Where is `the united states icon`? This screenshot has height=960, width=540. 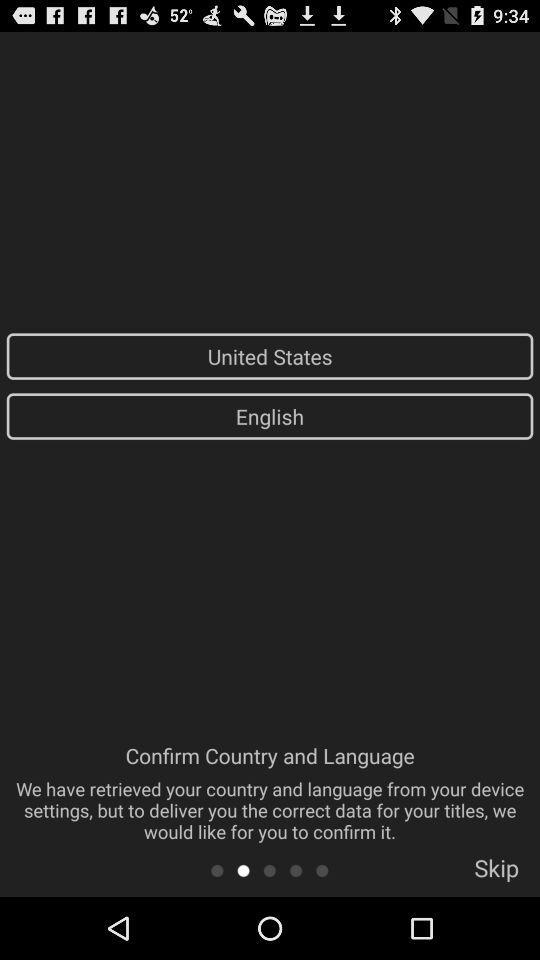 the united states icon is located at coordinates (270, 356).